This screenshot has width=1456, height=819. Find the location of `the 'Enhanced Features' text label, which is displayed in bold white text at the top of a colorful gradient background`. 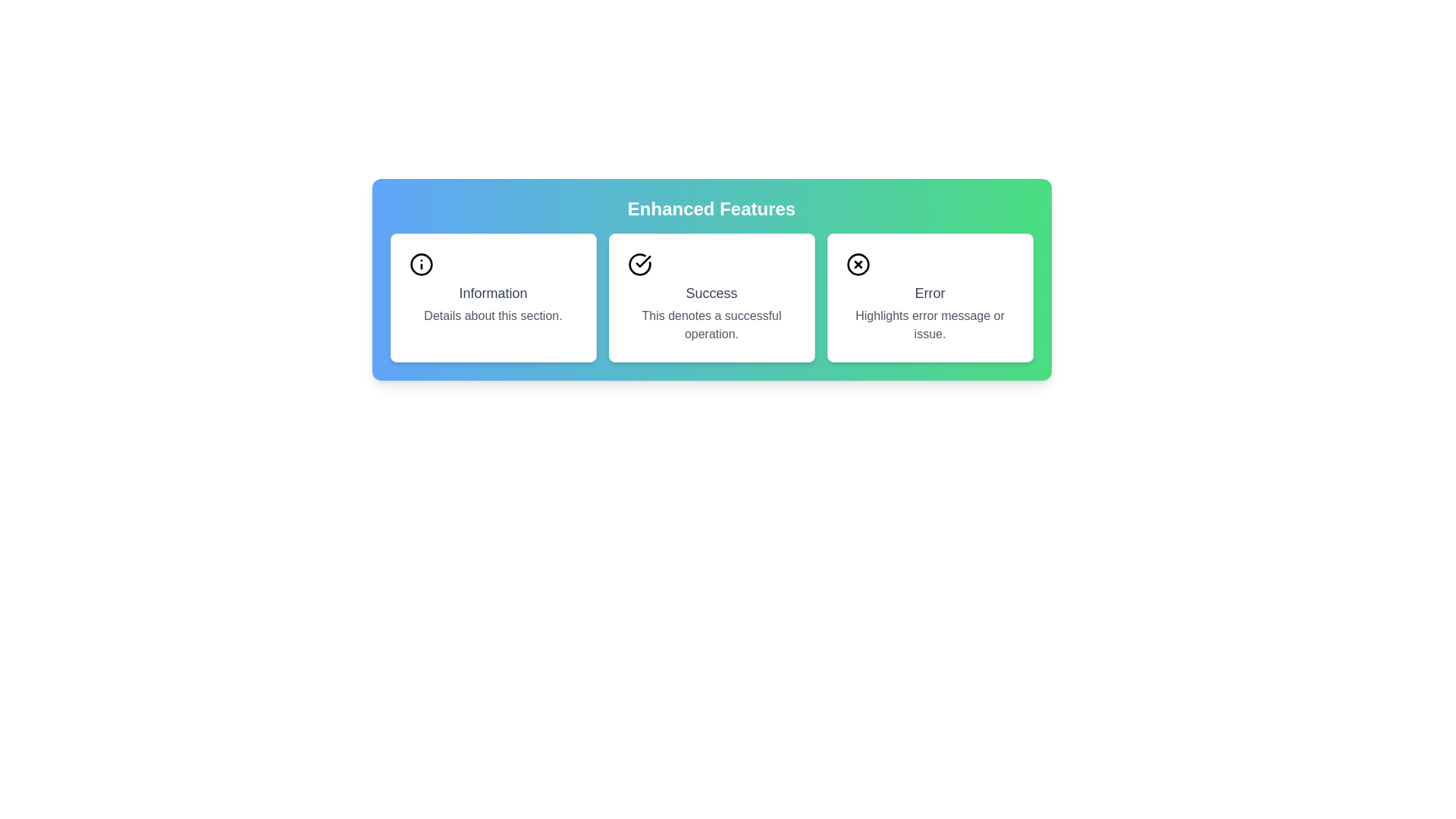

the 'Enhanced Features' text label, which is displayed in bold white text at the top of a colorful gradient background is located at coordinates (711, 209).